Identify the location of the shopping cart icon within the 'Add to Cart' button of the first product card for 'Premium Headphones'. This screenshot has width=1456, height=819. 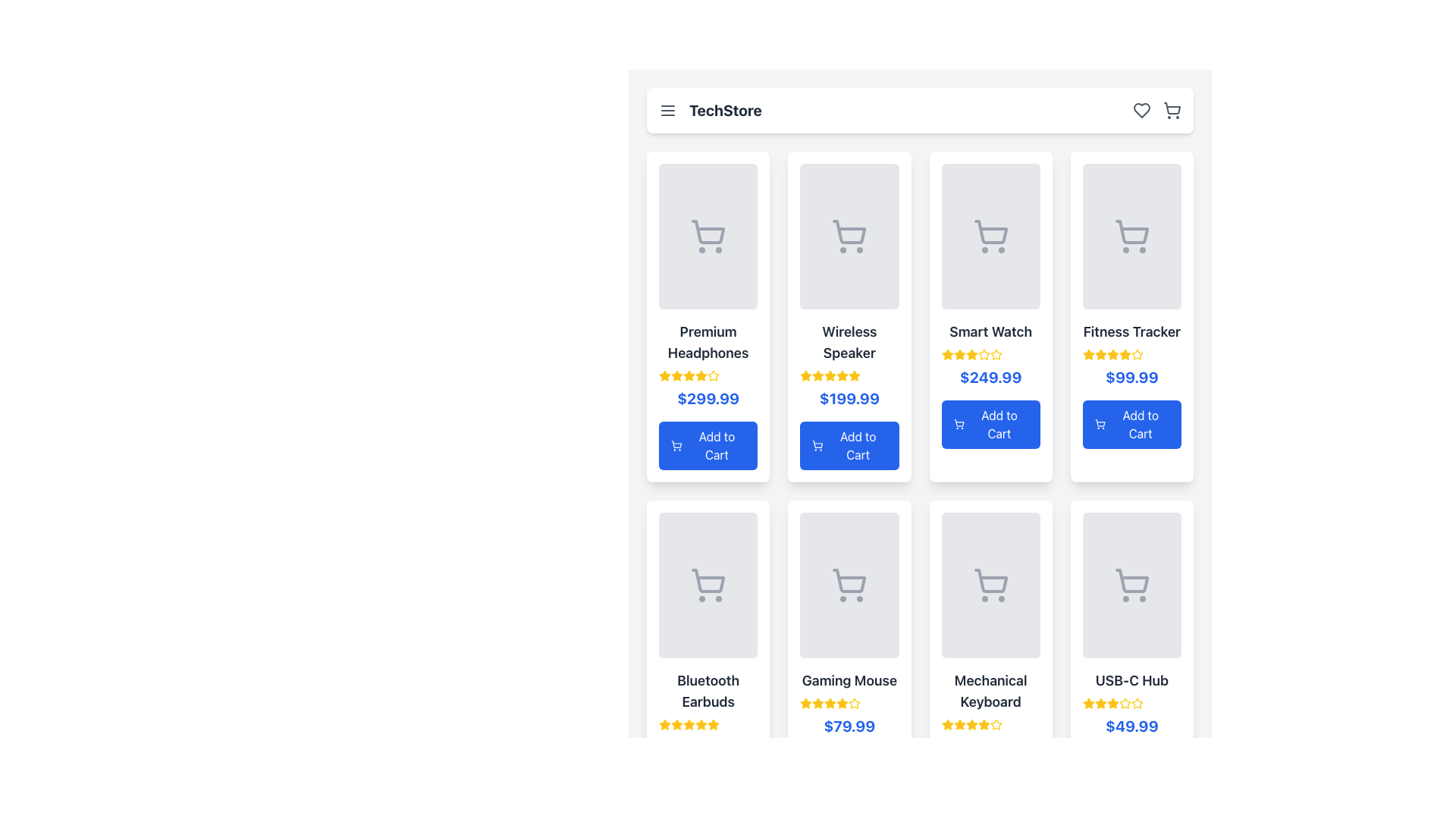
(676, 444).